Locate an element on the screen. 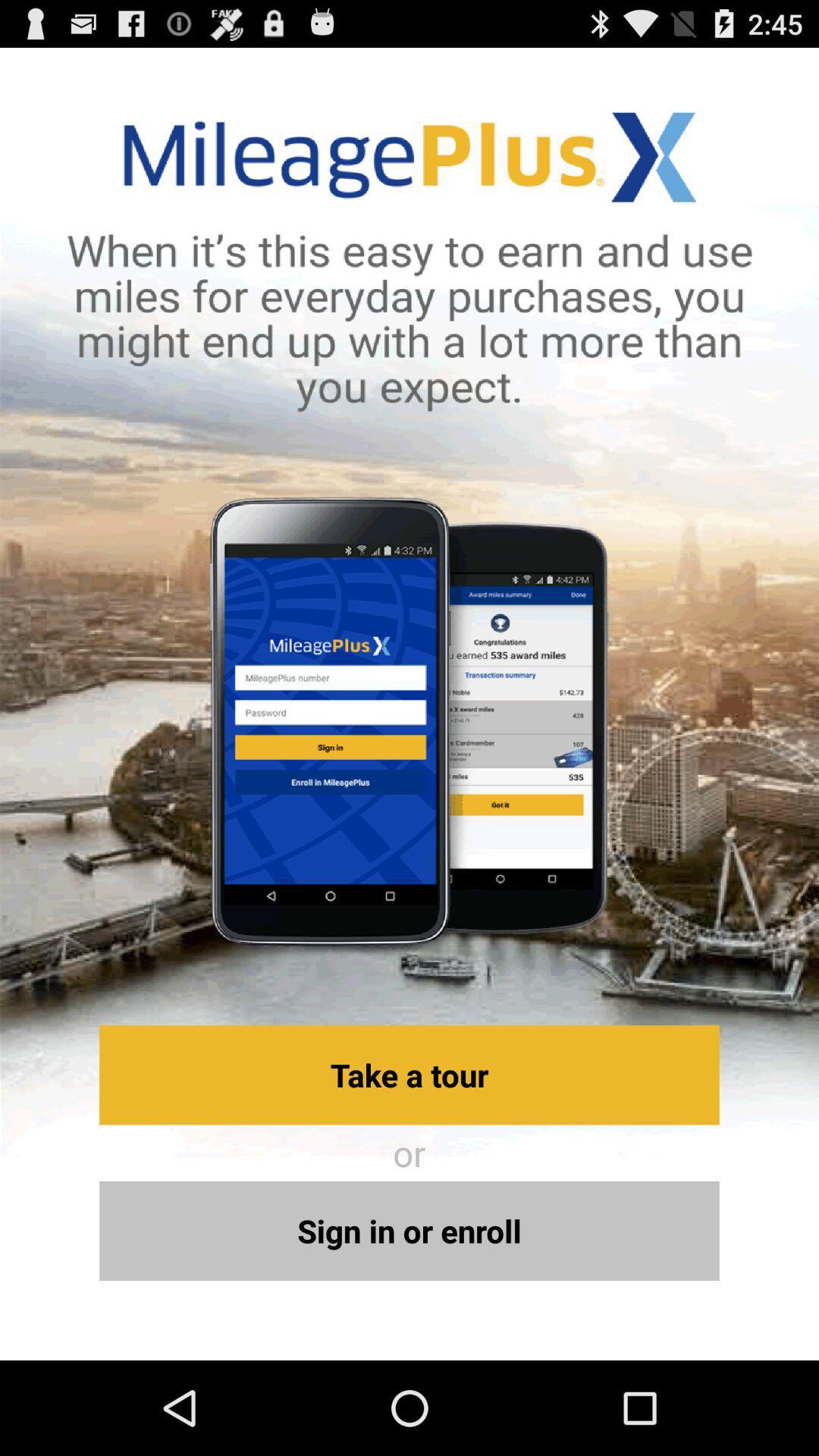 Image resolution: width=819 pixels, height=1456 pixels. the item below the or icon is located at coordinates (409, 1231).